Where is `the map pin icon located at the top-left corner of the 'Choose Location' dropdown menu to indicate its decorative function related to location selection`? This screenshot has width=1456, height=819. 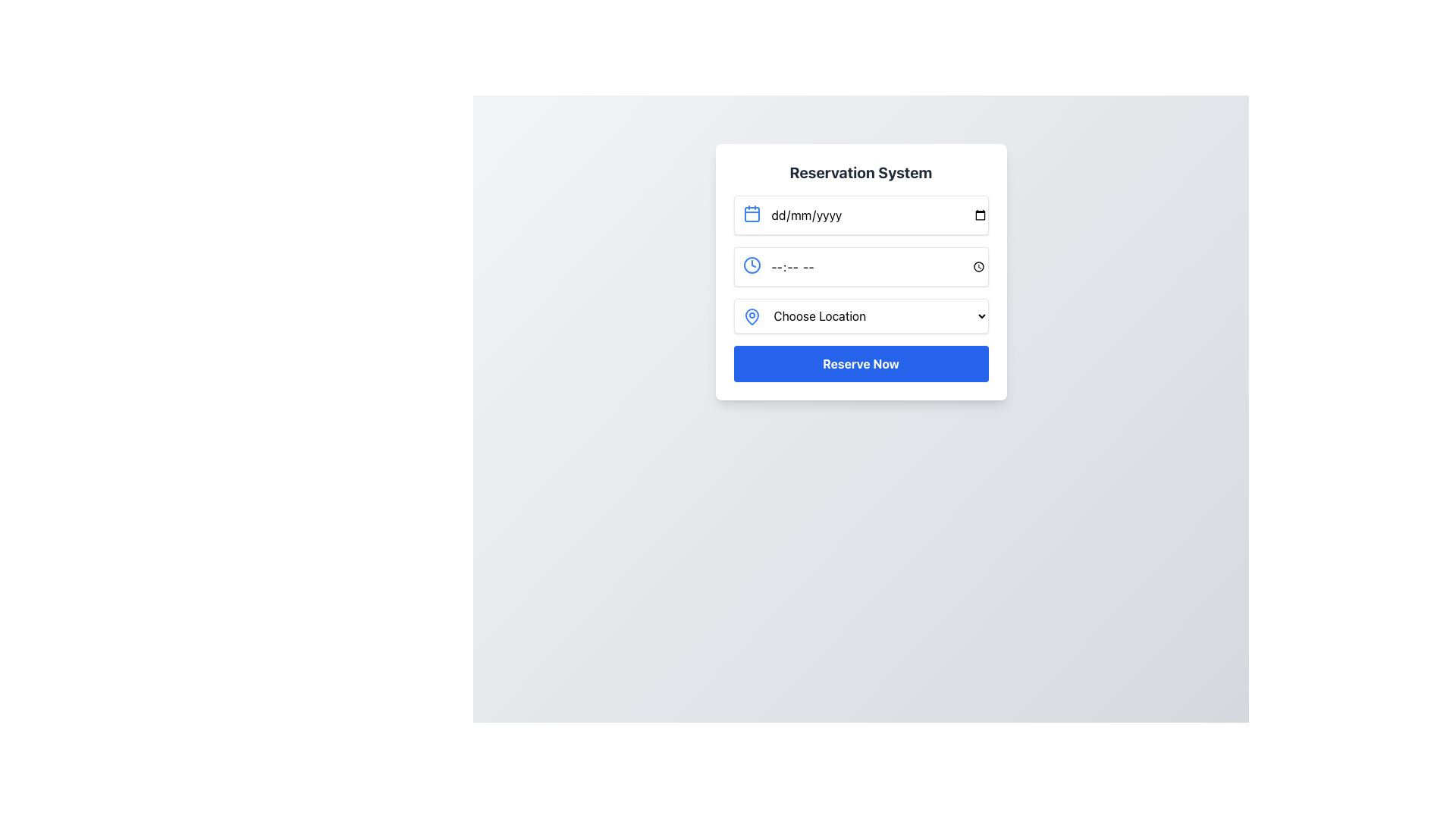
the map pin icon located at the top-left corner of the 'Choose Location' dropdown menu to indicate its decorative function related to location selection is located at coordinates (752, 315).